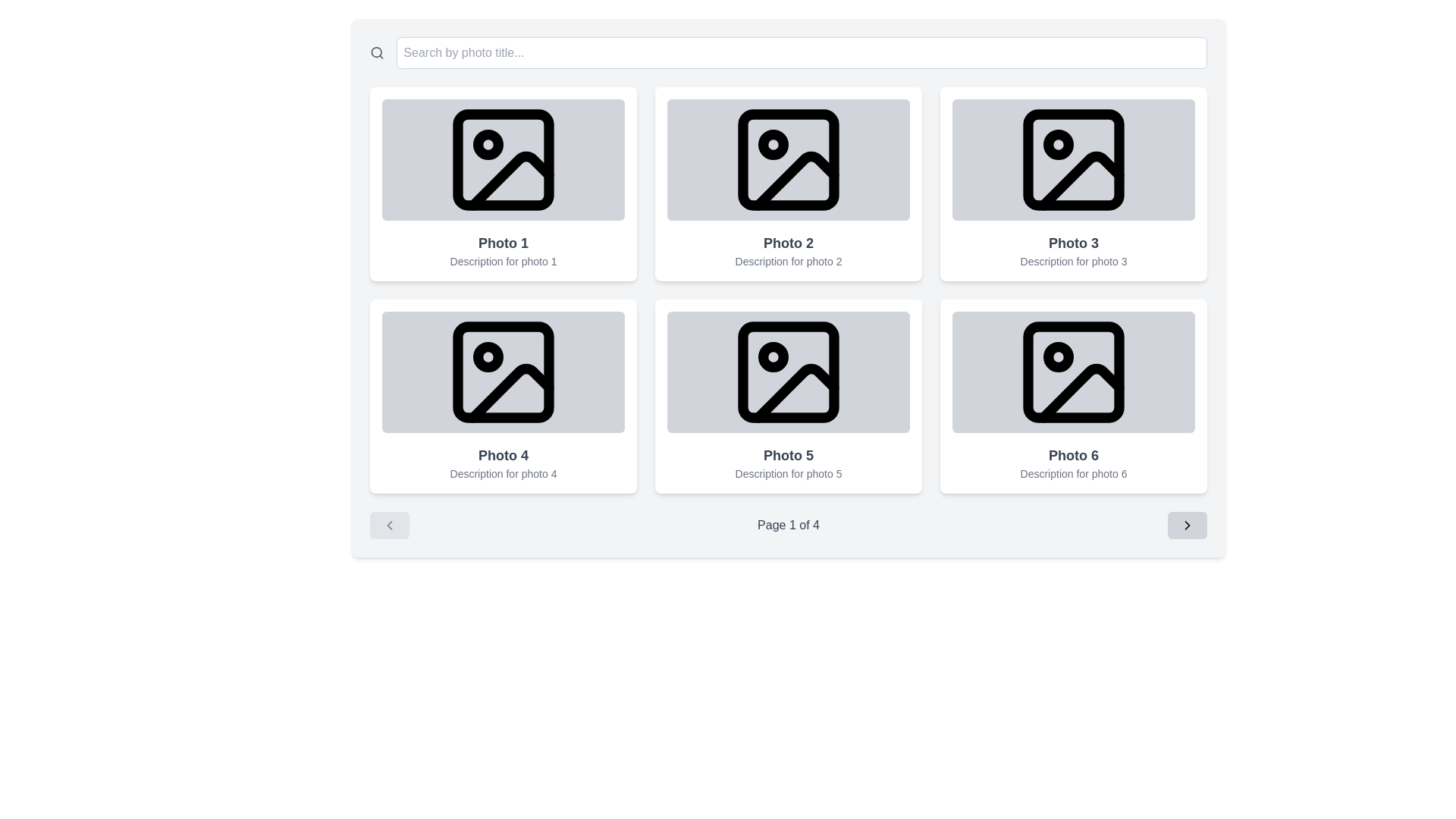  Describe the element at coordinates (1186, 525) in the screenshot. I see `the Icon (Chevron Right) located in the bottom-right corner of the grid-like image gallery` at that location.